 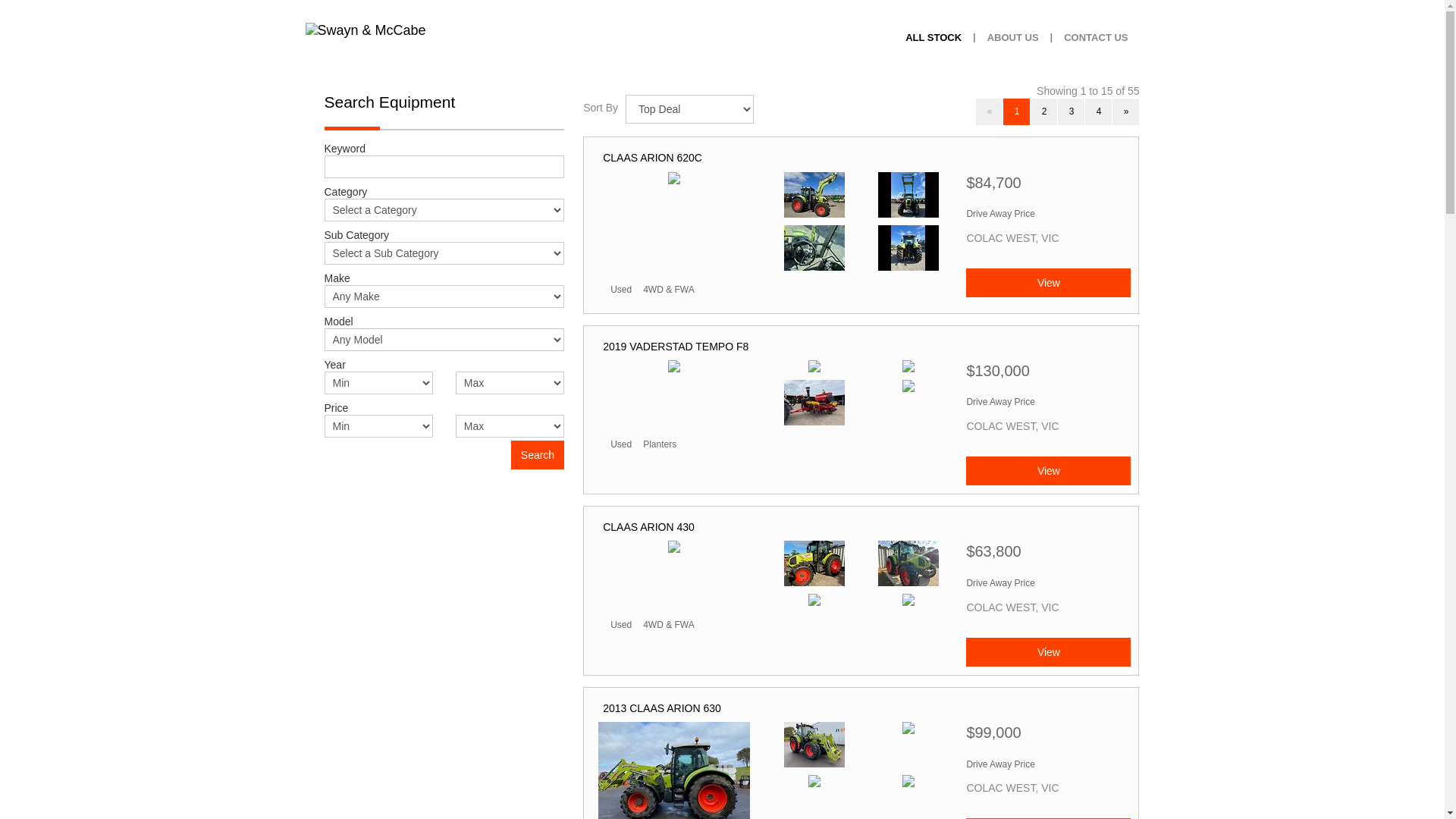 What do you see at coordinates (1030, 111) in the screenshot?
I see `'2'` at bounding box center [1030, 111].